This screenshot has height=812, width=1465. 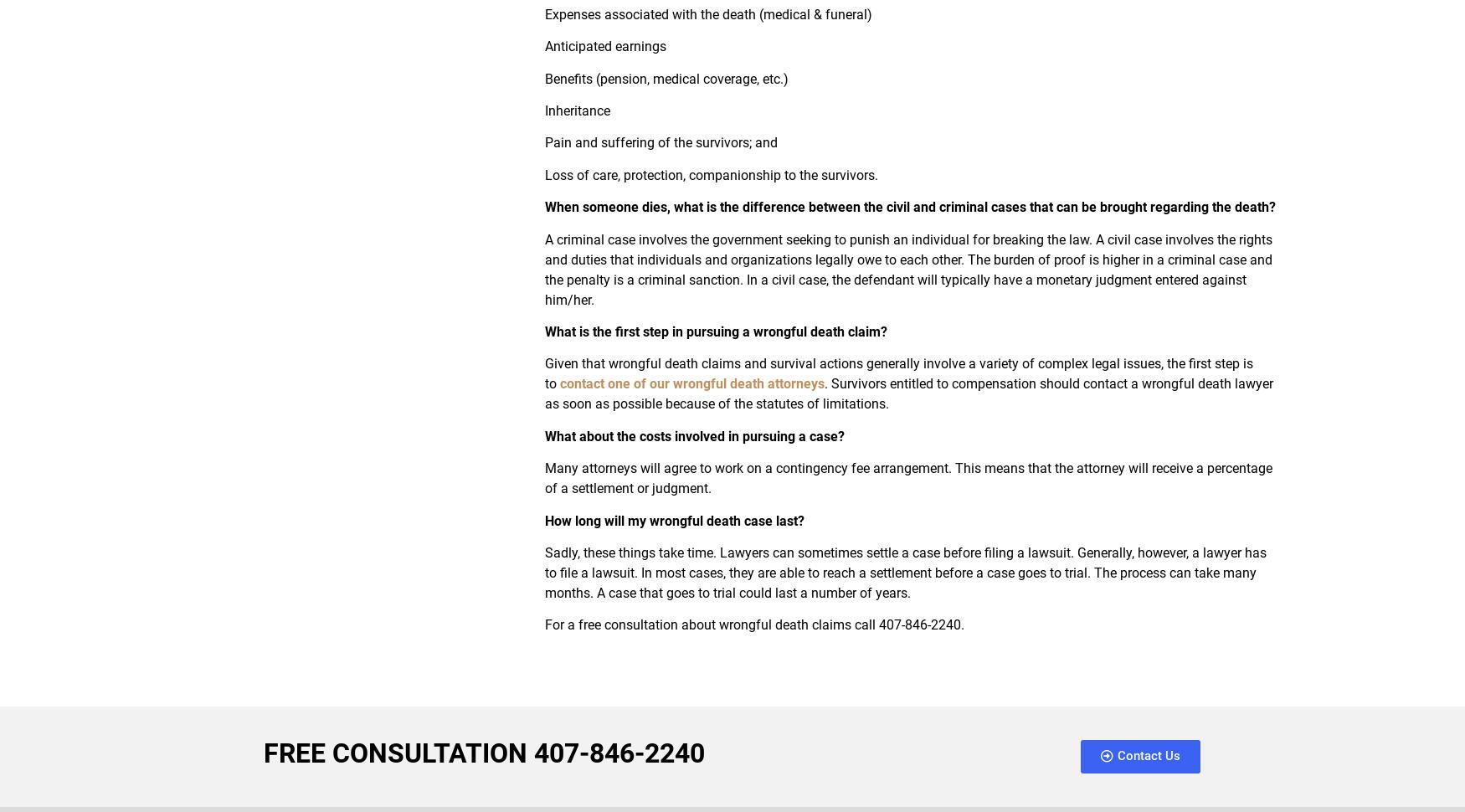 What do you see at coordinates (907, 269) in the screenshot?
I see `'A criminal case involves the government seeking to punish an individual for breaking the law. A civil case involves the rights and duties that individuals and organizations legally owe to each other. The burden of proof is higher in a criminal case and the penalty is a criminal sanction. In a civil case, the defendant will typically have a monetary judgment entered against him/her.'` at bounding box center [907, 269].